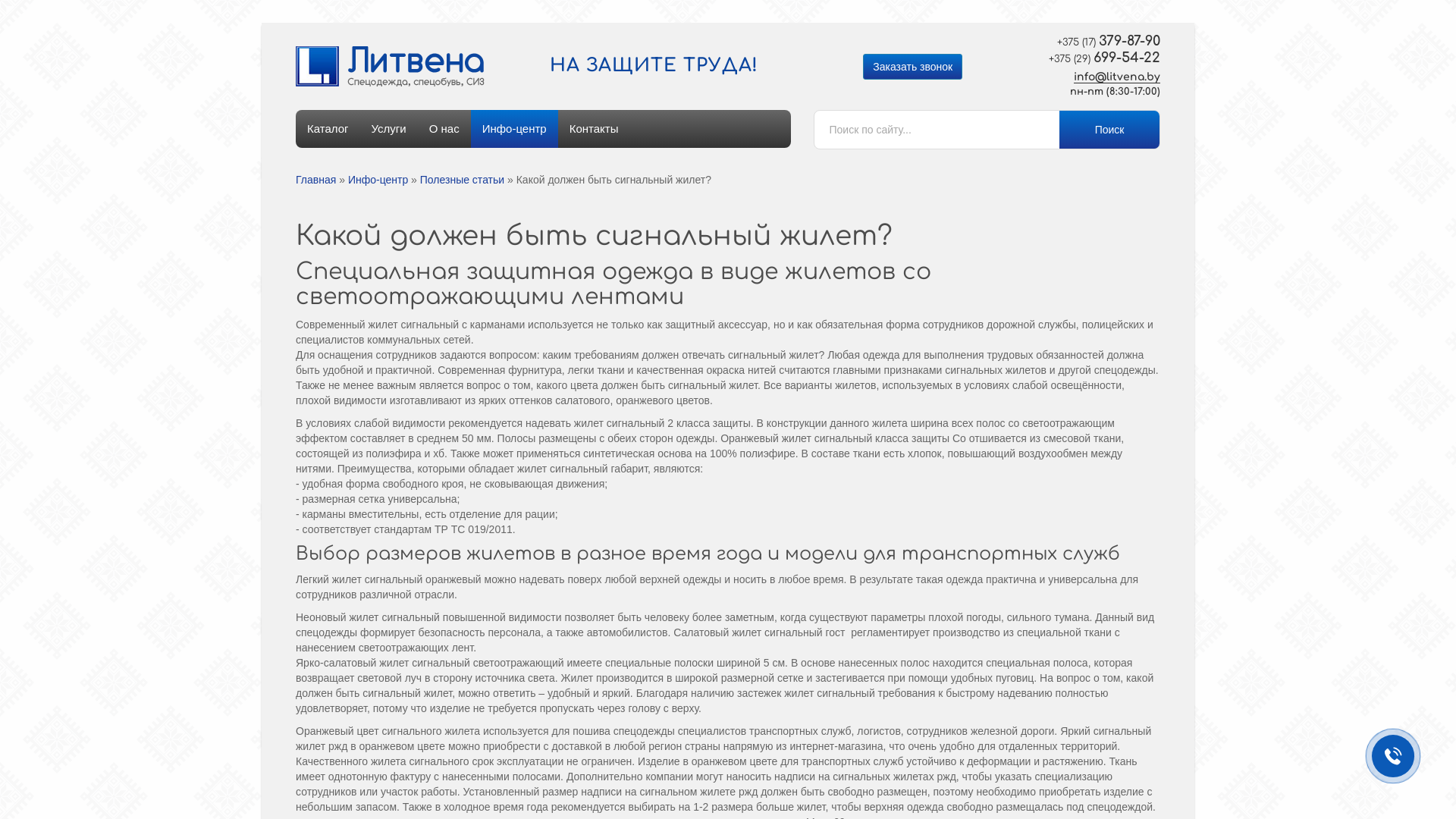 The width and height of the screenshot is (1456, 819). What do you see at coordinates (1097, 58) in the screenshot?
I see `'+375 (29) 699-54-22'` at bounding box center [1097, 58].